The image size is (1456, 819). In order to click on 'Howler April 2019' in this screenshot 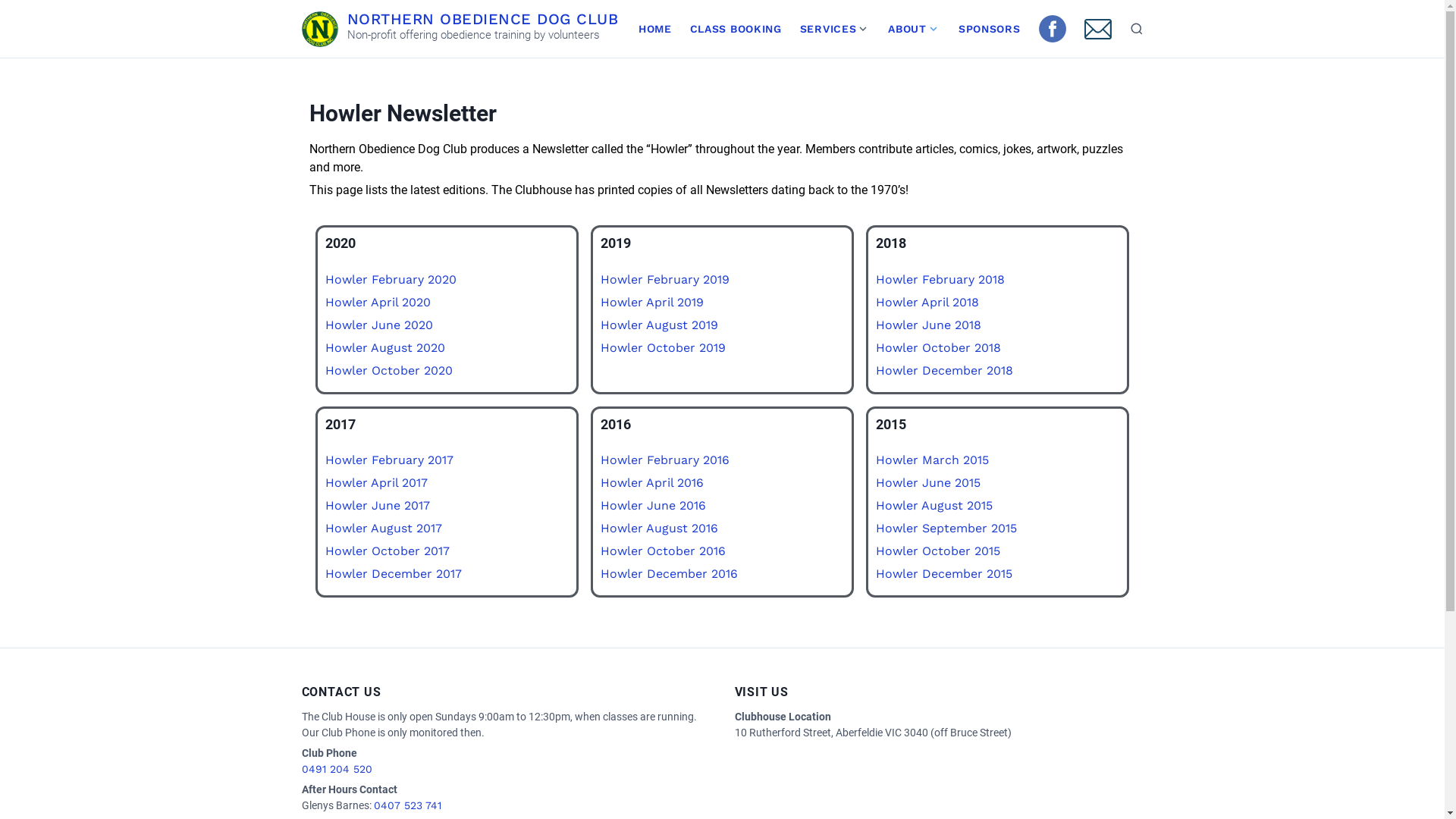, I will do `click(651, 301)`.